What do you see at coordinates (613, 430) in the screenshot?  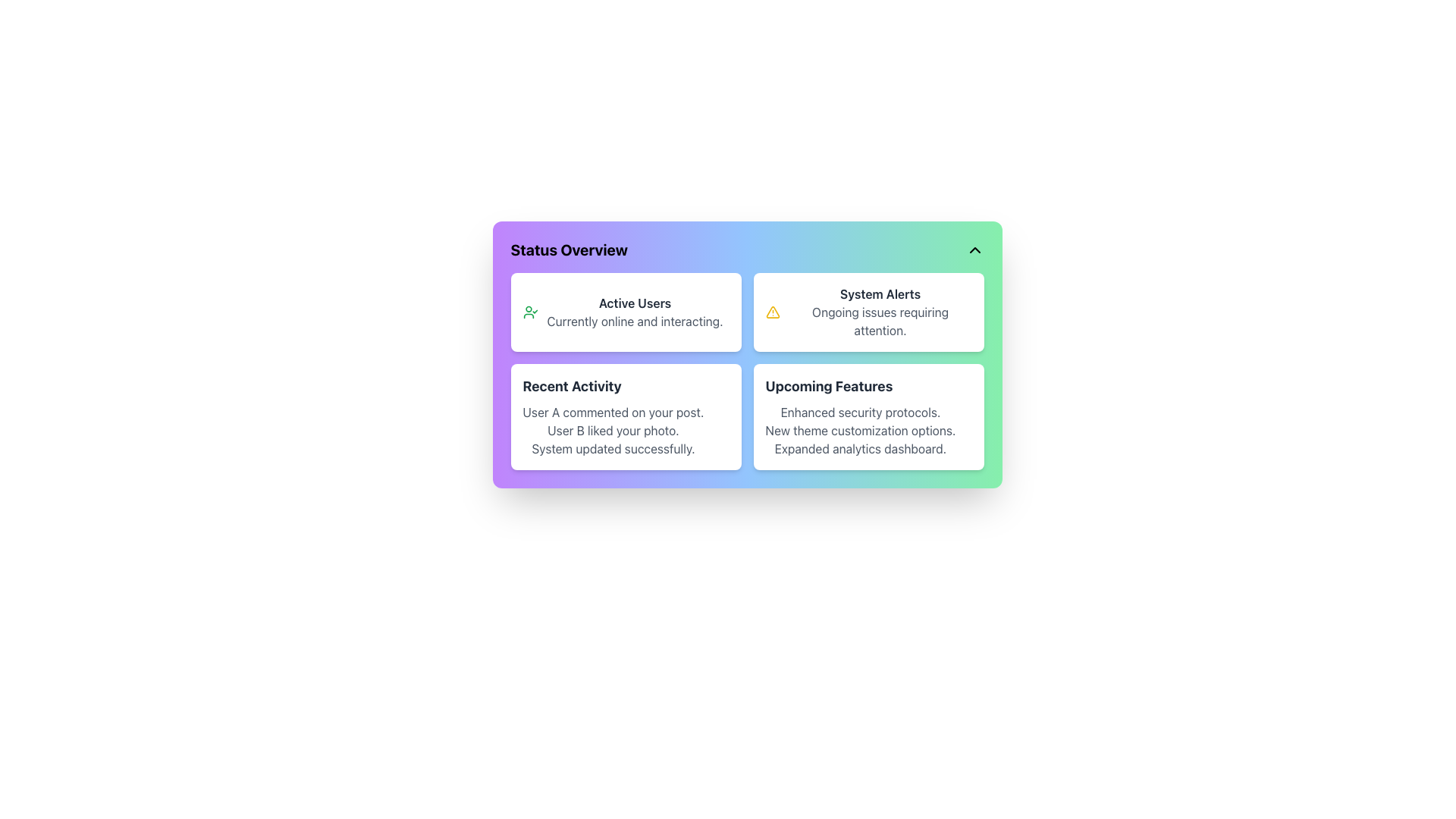 I see `the text label displaying the message 'User B liked your photo.' which is the second entry in the 'Recent Activity' section` at bounding box center [613, 430].